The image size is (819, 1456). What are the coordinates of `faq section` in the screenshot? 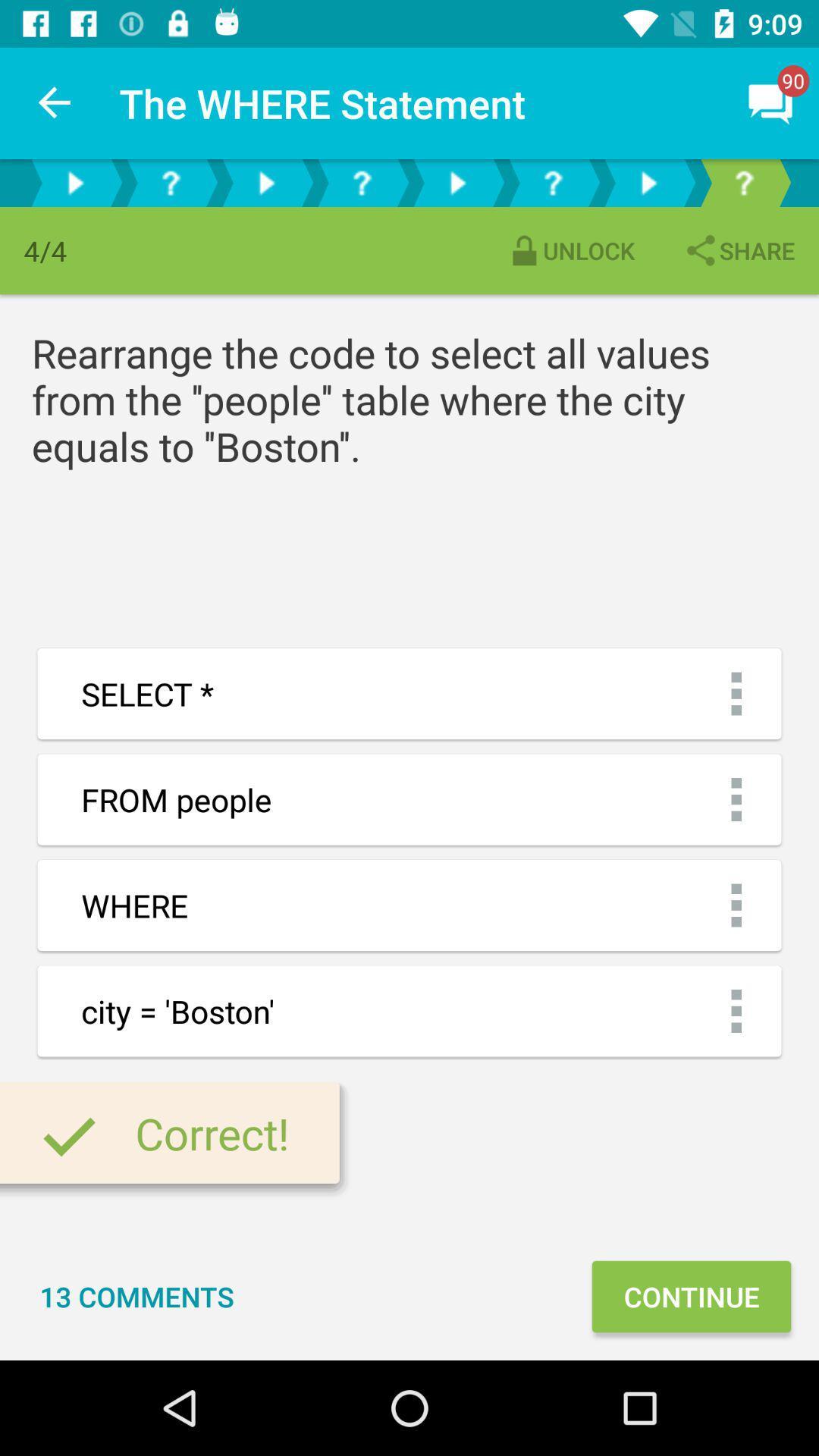 It's located at (362, 182).